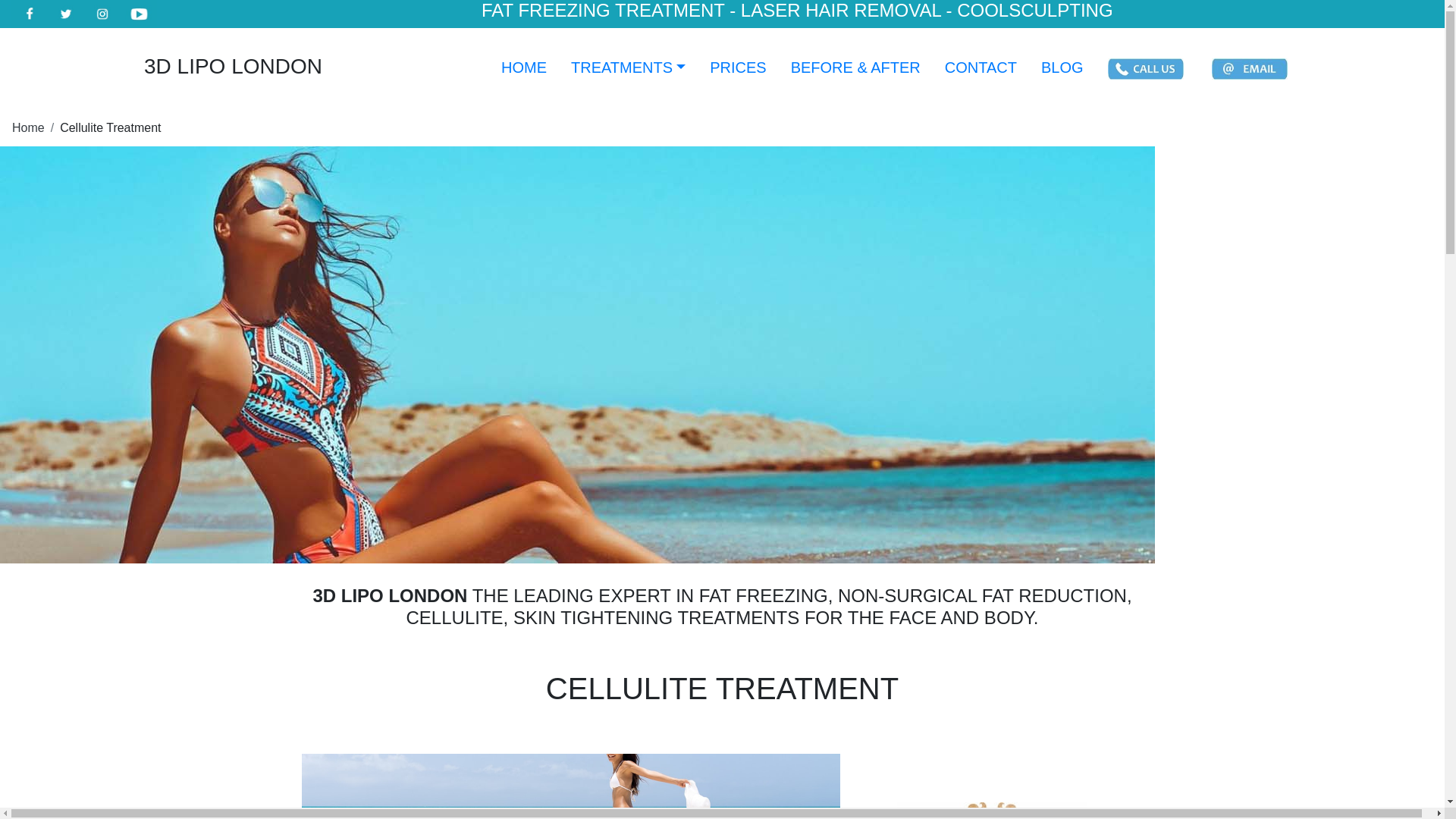 This screenshot has width=1456, height=819. What do you see at coordinates (738, 66) in the screenshot?
I see `'PRICES'` at bounding box center [738, 66].